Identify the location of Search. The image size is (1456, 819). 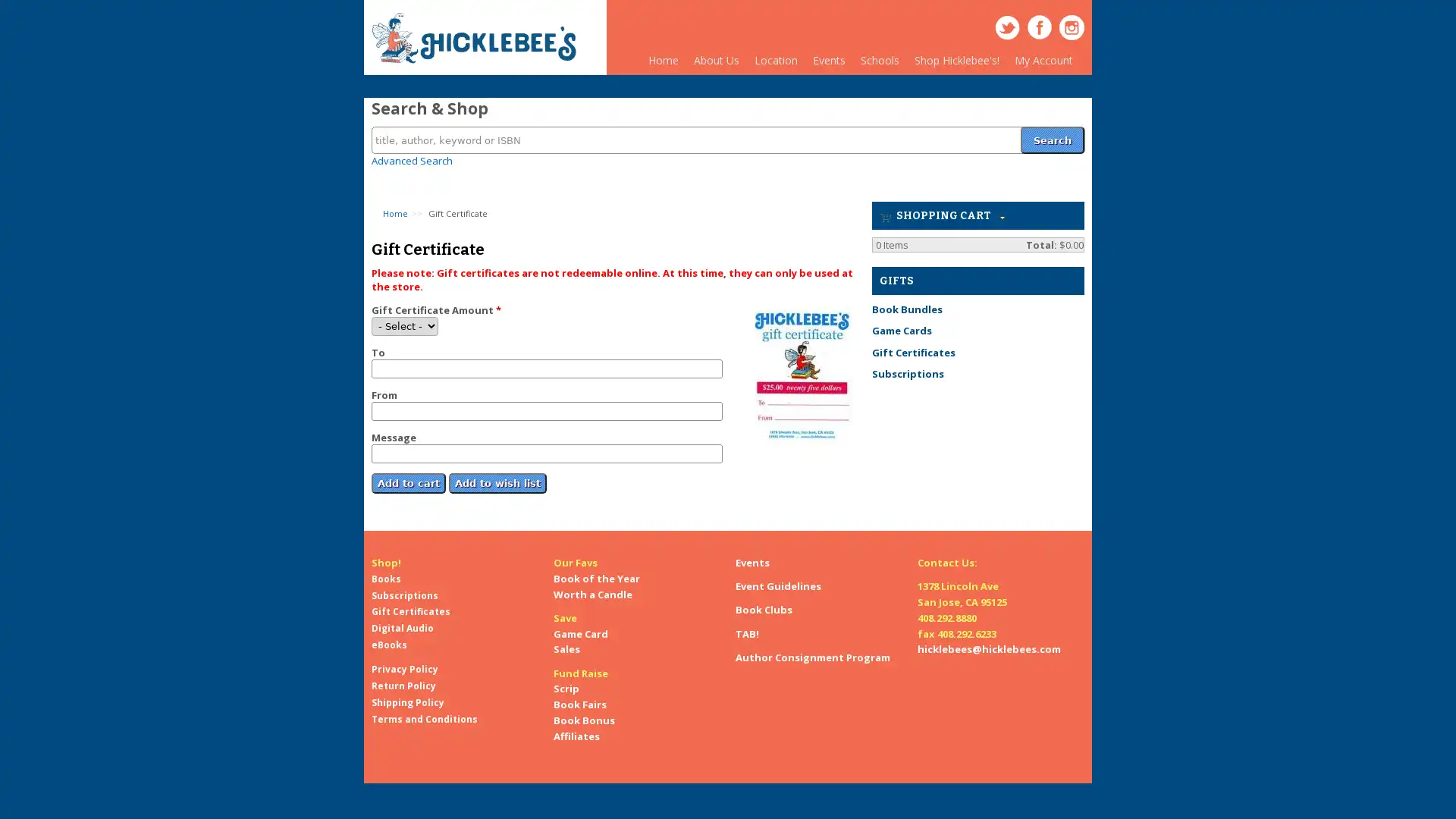
(1051, 130).